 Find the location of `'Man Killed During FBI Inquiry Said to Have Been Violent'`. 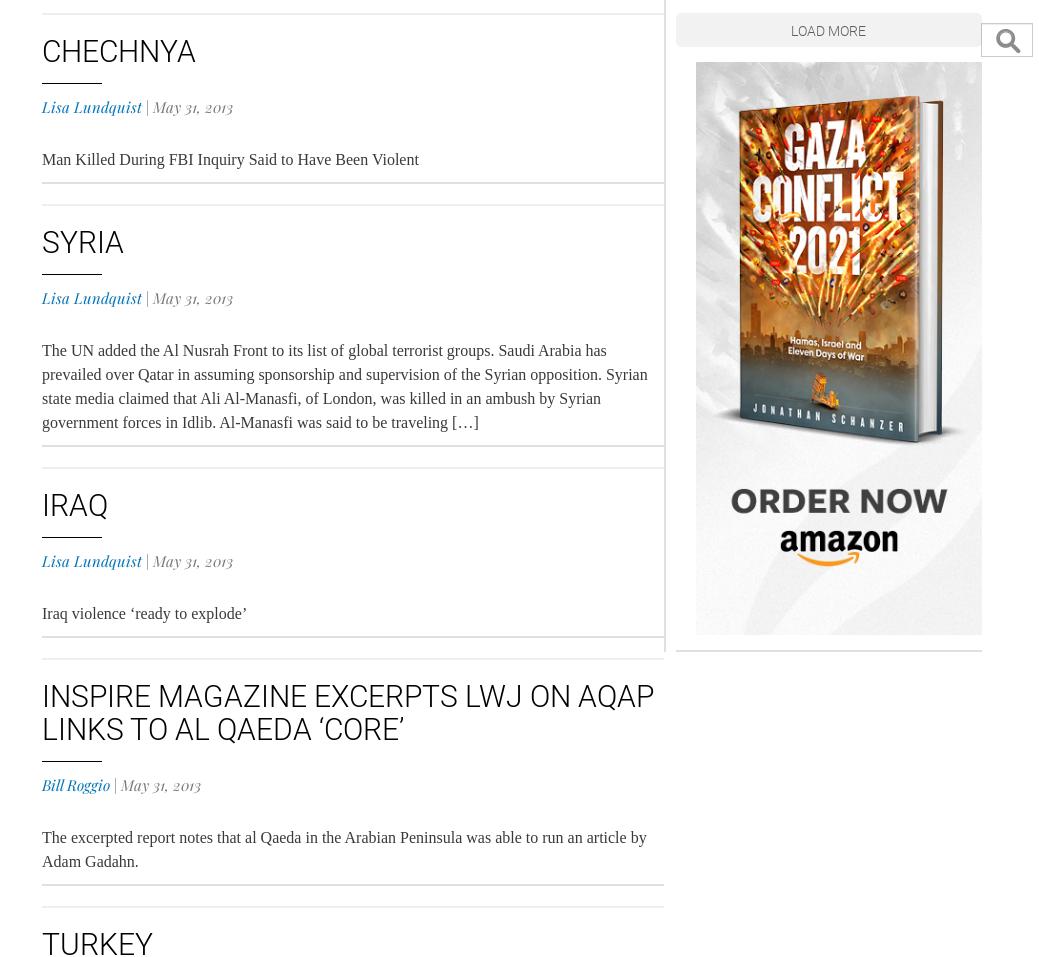

'Man Killed During FBI Inquiry Said to Have Been Violent' is located at coordinates (230, 159).